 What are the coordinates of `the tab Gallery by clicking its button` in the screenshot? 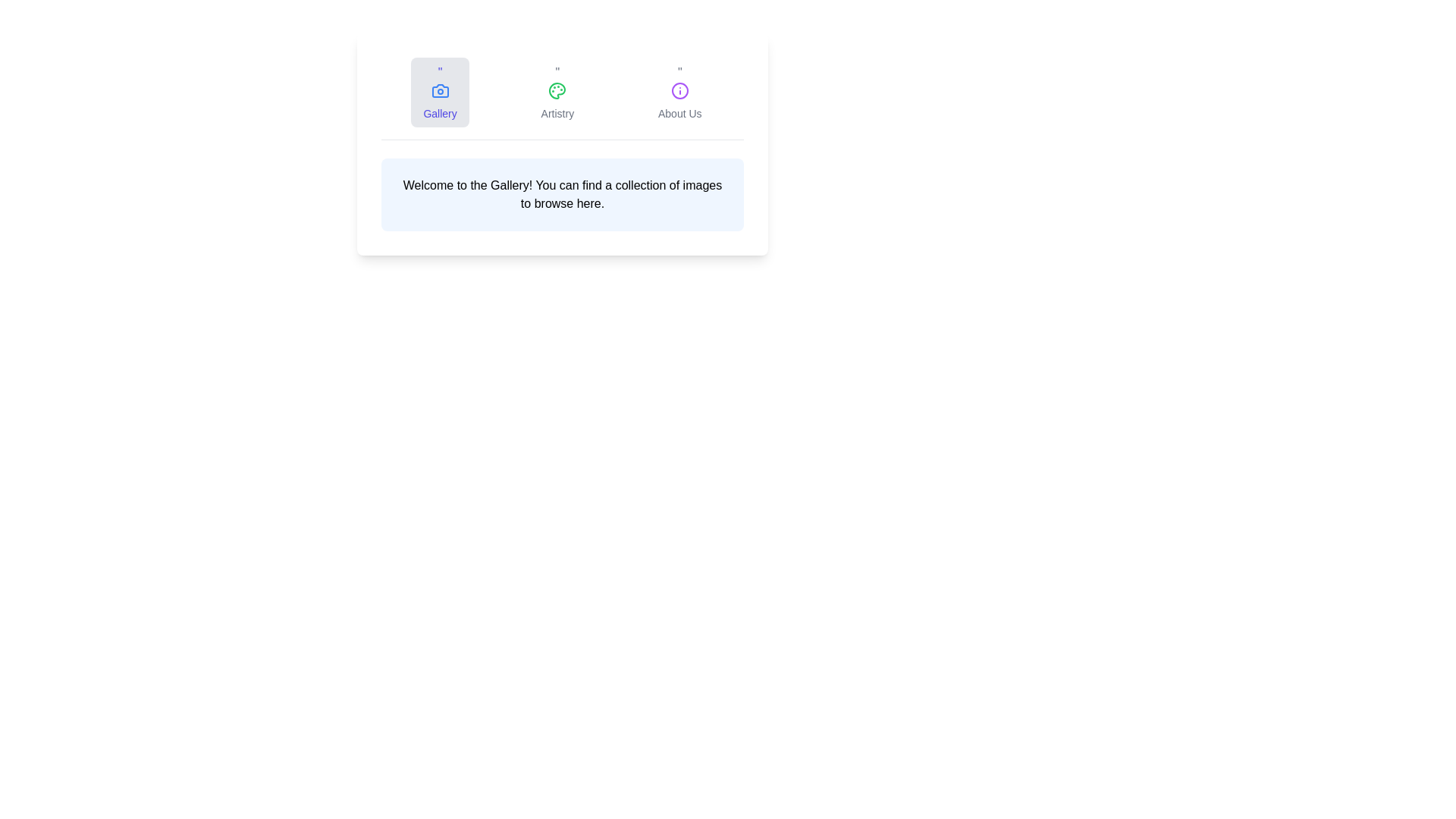 It's located at (439, 93).